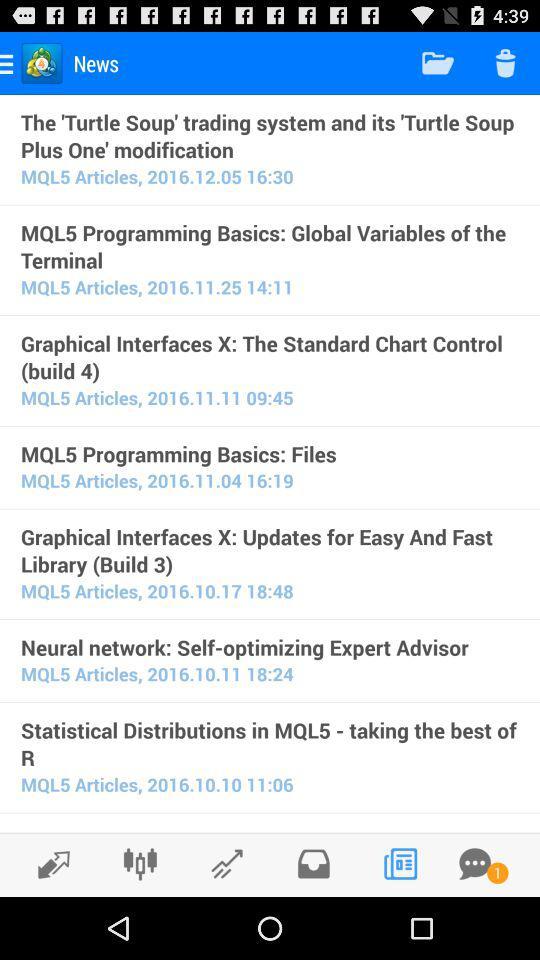 The image size is (540, 960). Describe the element at coordinates (474, 863) in the screenshot. I see `chat option` at that location.